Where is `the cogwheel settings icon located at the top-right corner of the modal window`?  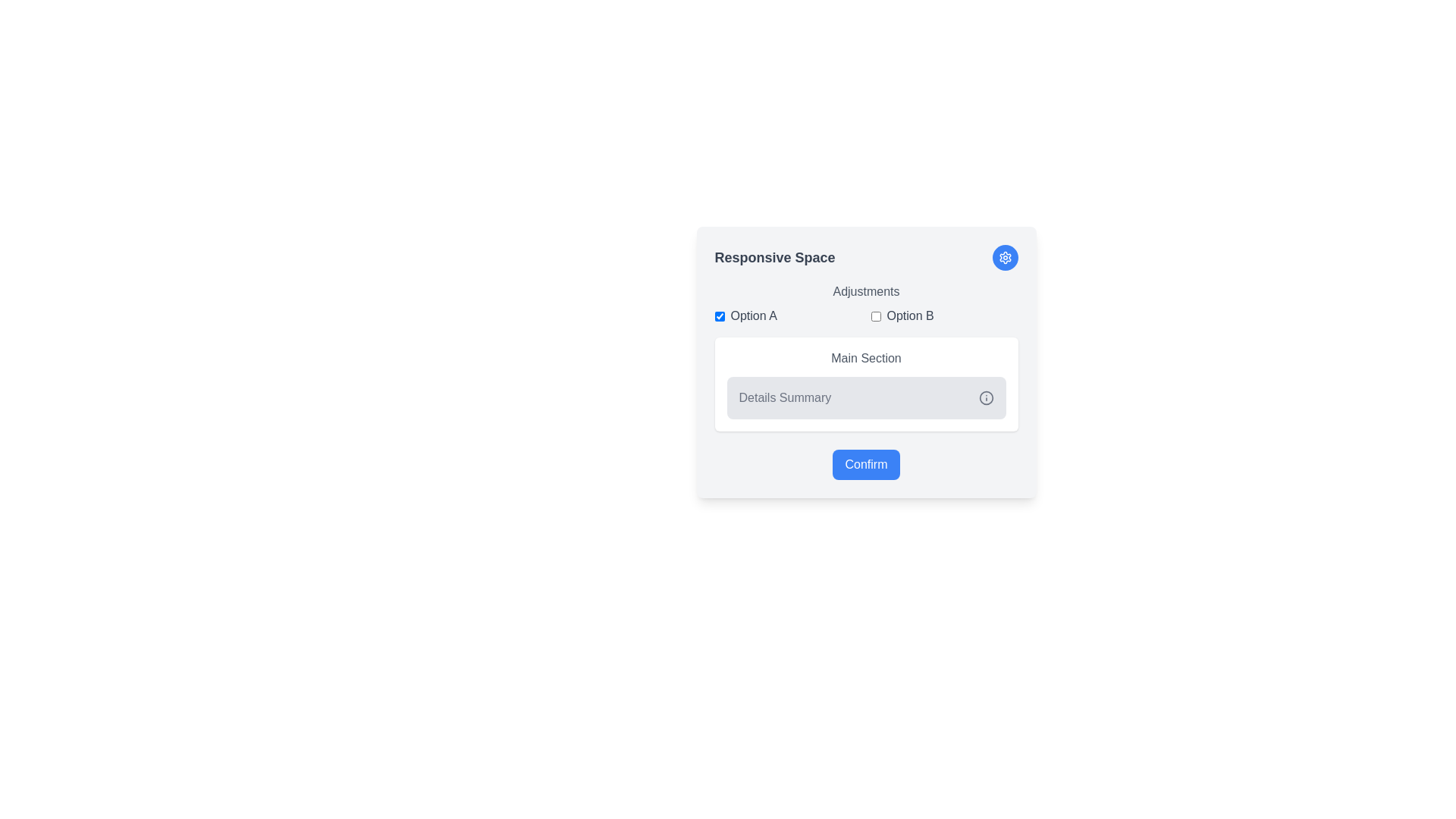
the cogwheel settings icon located at the top-right corner of the modal window is located at coordinates (1005, 256).